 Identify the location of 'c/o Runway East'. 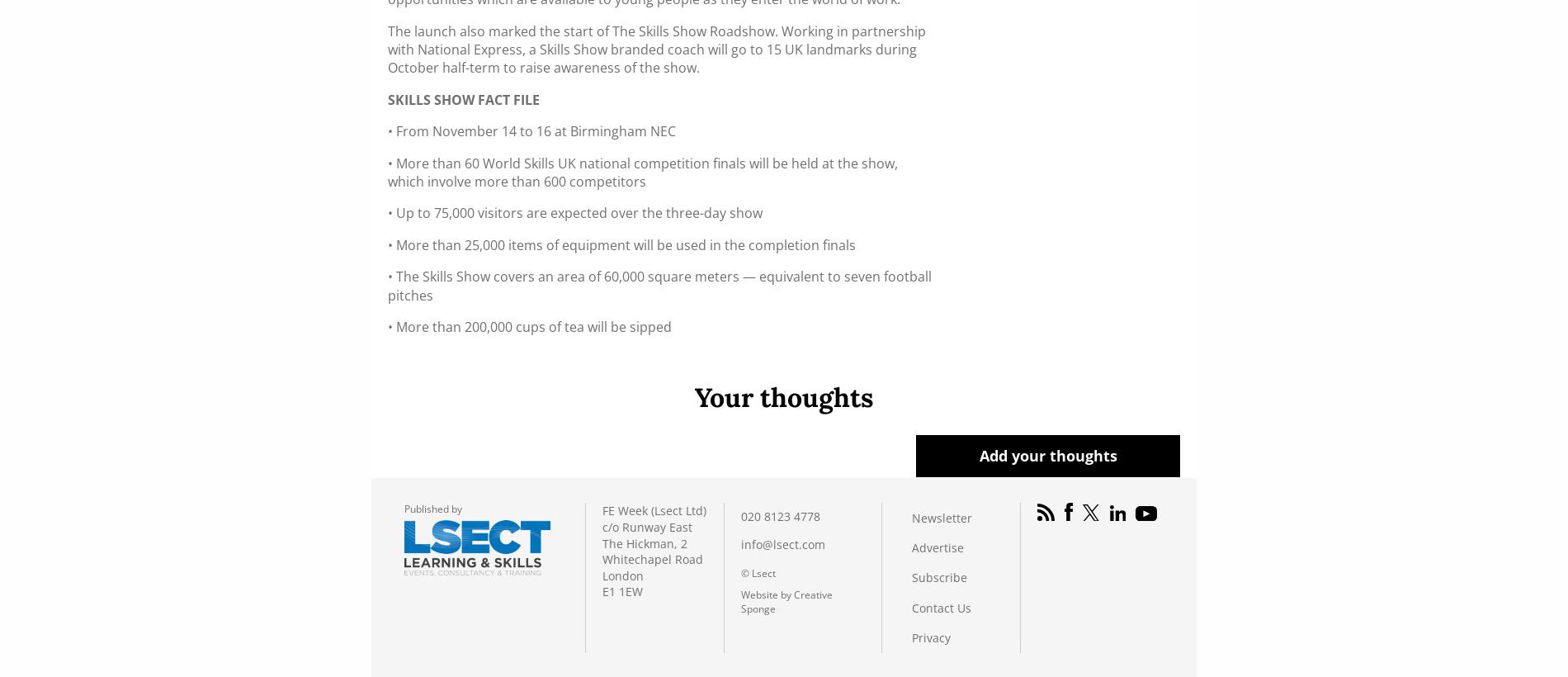
(645, 525).